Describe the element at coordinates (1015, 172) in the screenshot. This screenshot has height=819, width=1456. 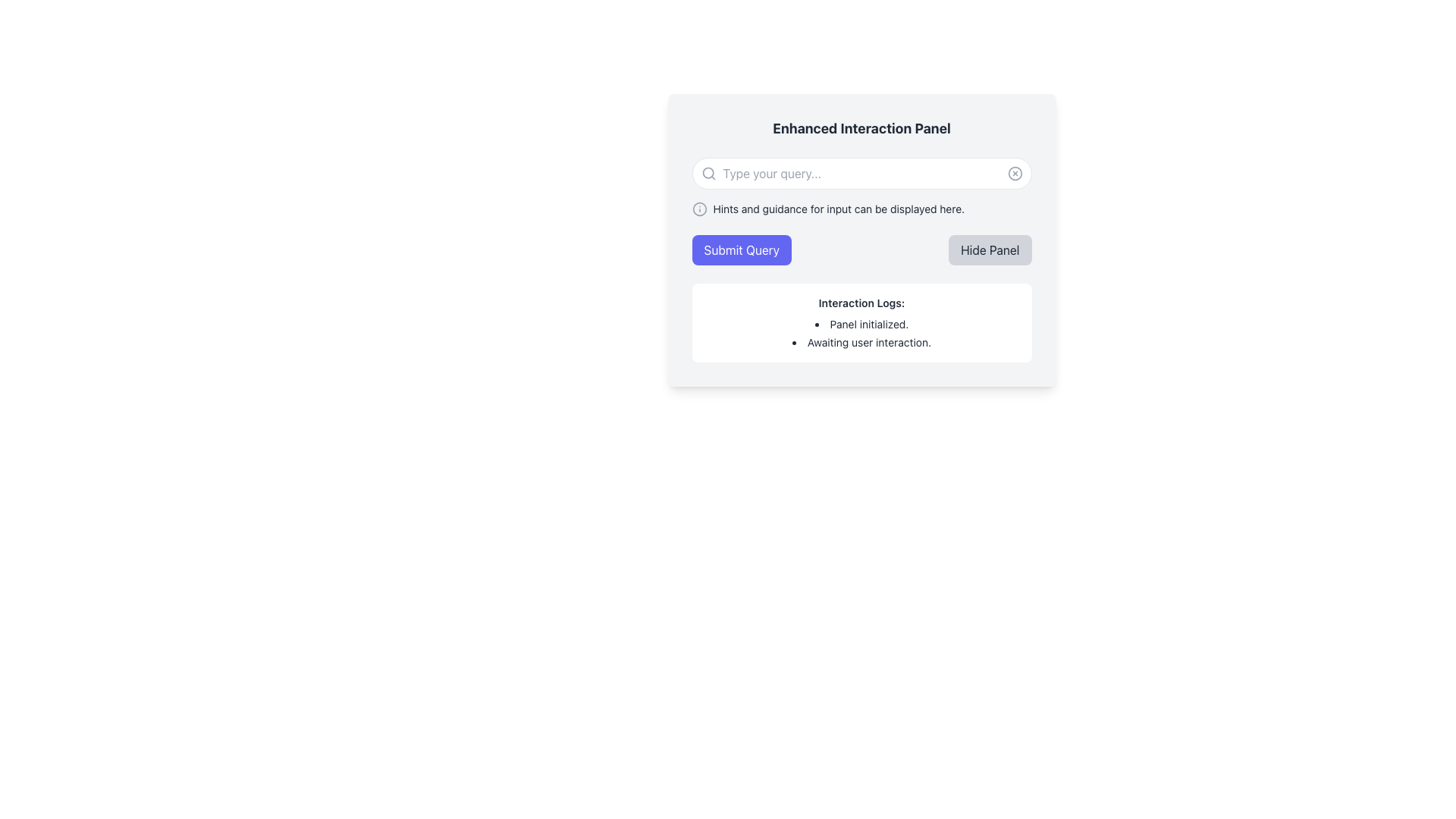
I see `the SVG circle component that functions as a close button located at the top-right corner of the input box` at that location.